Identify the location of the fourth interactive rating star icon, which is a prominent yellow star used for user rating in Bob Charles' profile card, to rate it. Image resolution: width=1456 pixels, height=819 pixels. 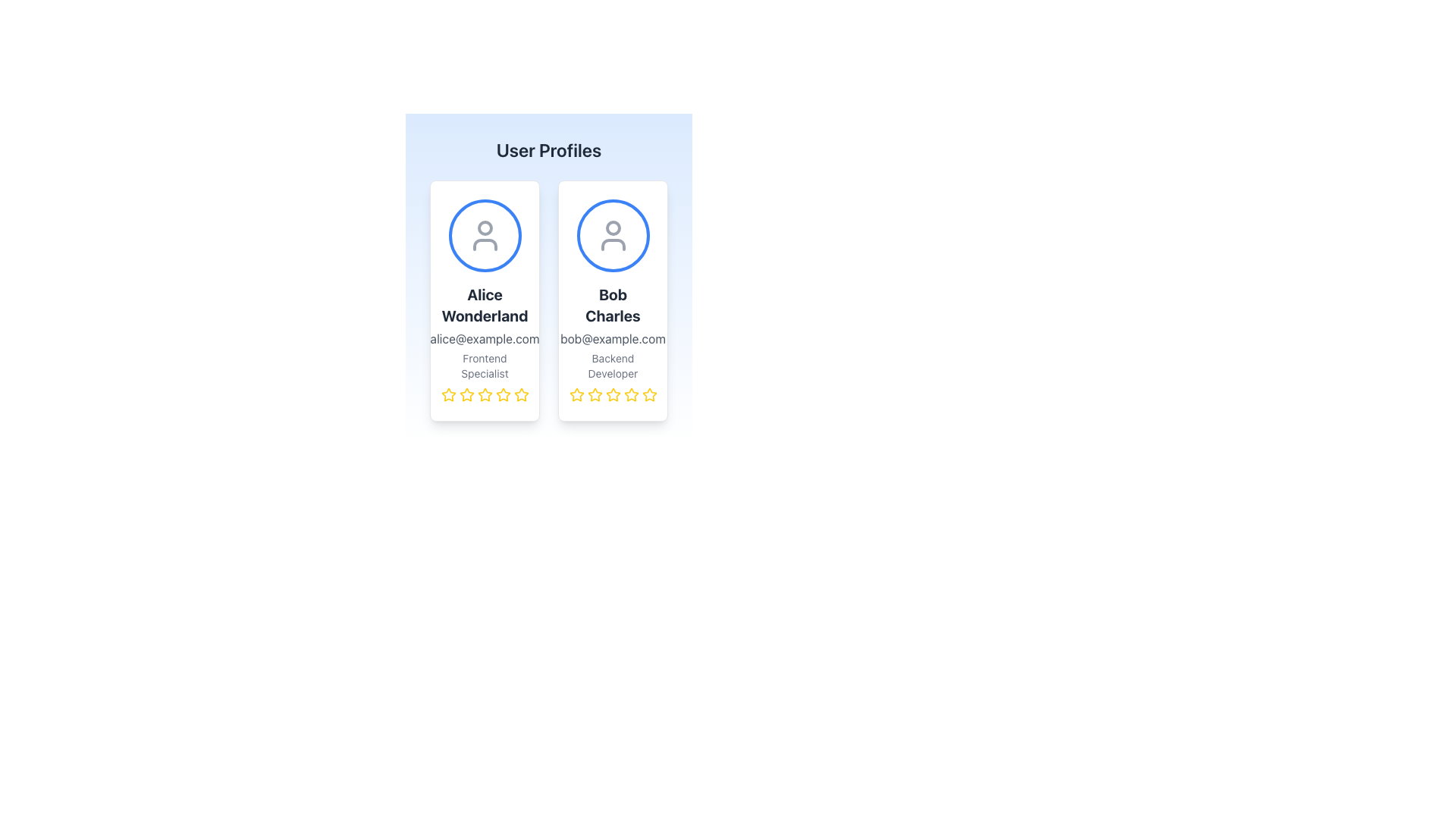
(631, 394).